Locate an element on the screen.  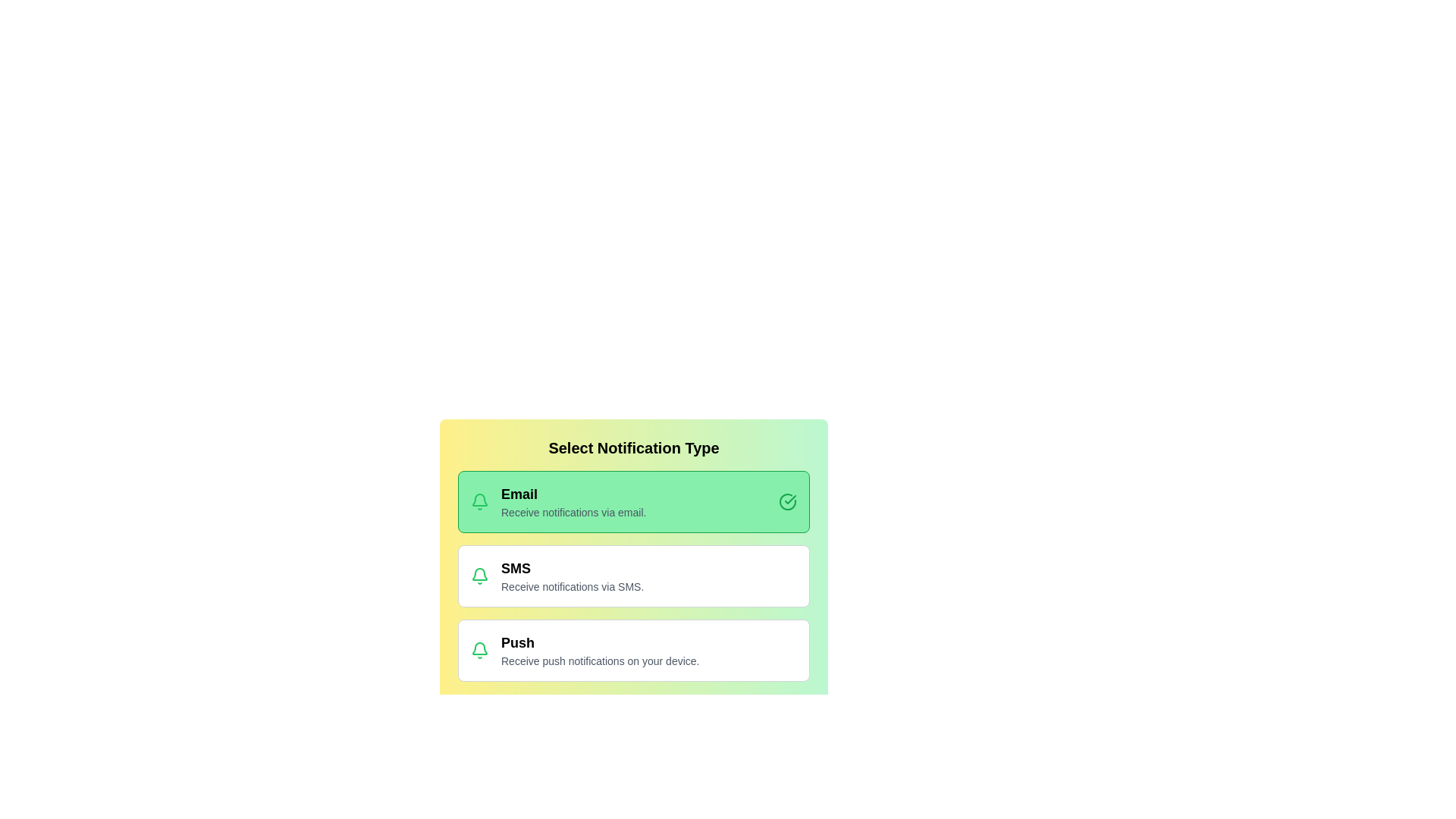
the button labeled 'Push' is located at coordinates (648, 649).